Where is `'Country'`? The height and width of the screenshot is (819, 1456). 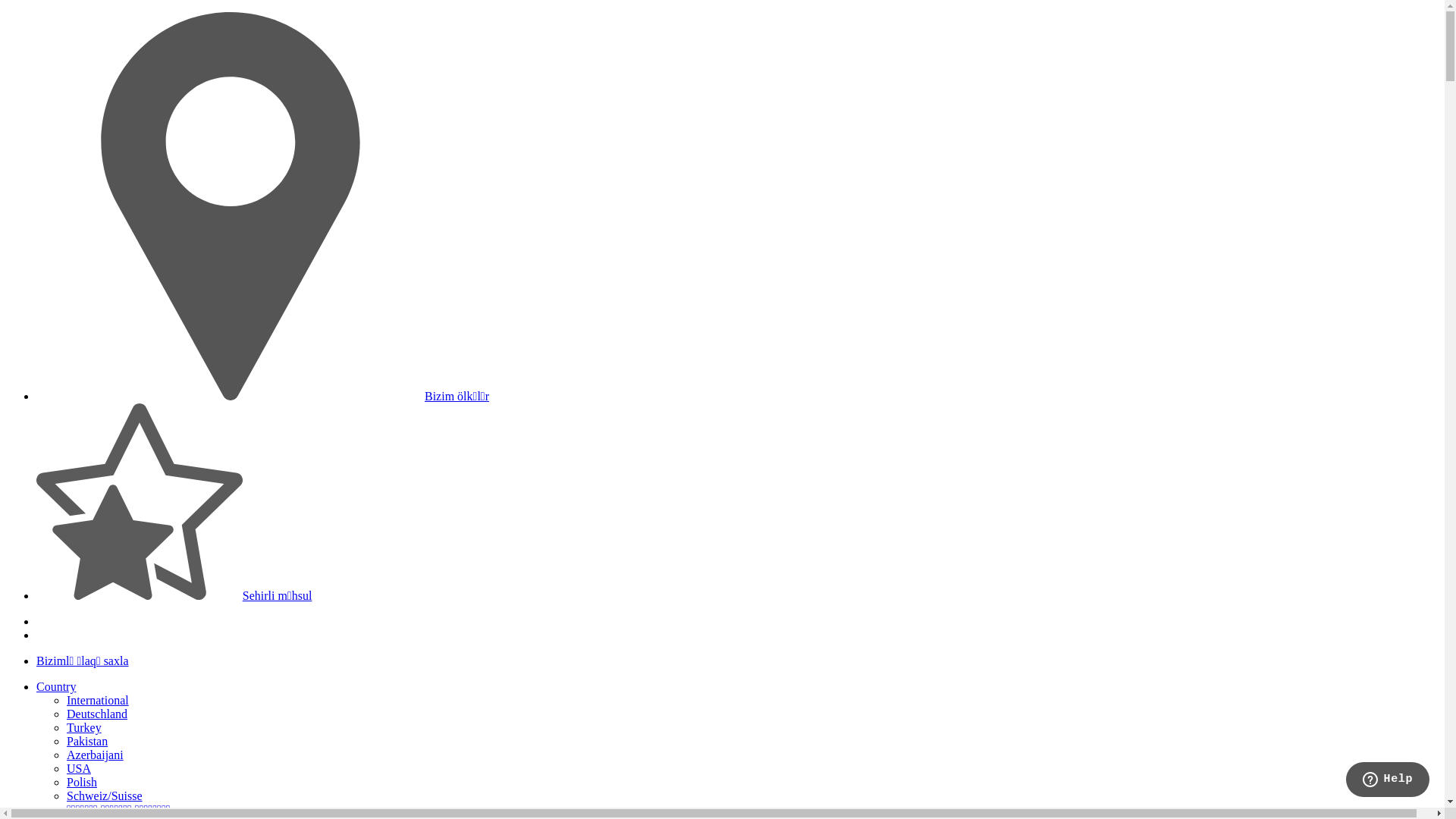
'Country' is located at coordinates (55, 686).